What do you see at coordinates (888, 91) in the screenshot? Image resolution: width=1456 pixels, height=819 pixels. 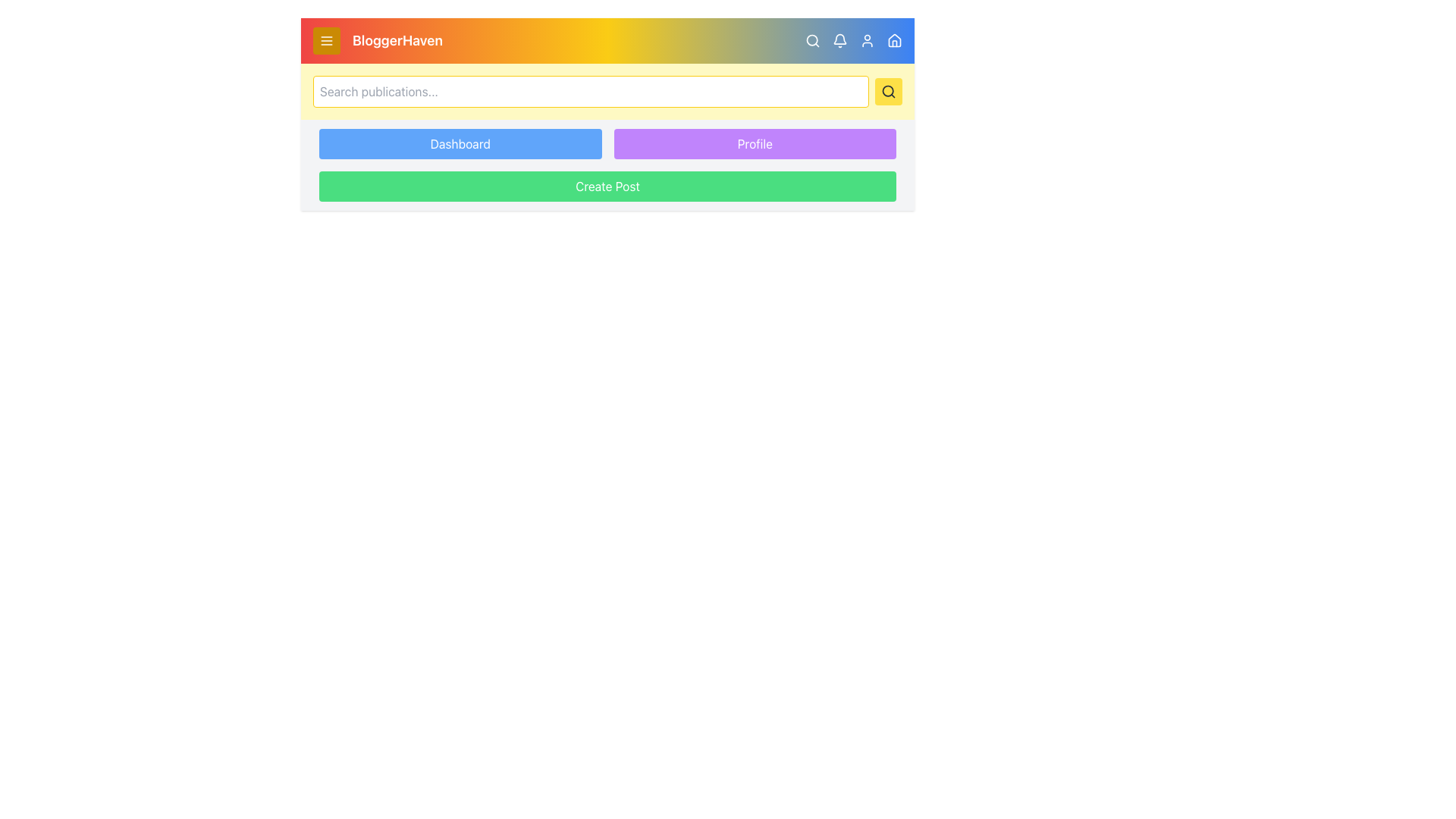 I see `the small rounded yellow button with a black magnifying glass icon to initiate a search` at bounding box center [888, 91].